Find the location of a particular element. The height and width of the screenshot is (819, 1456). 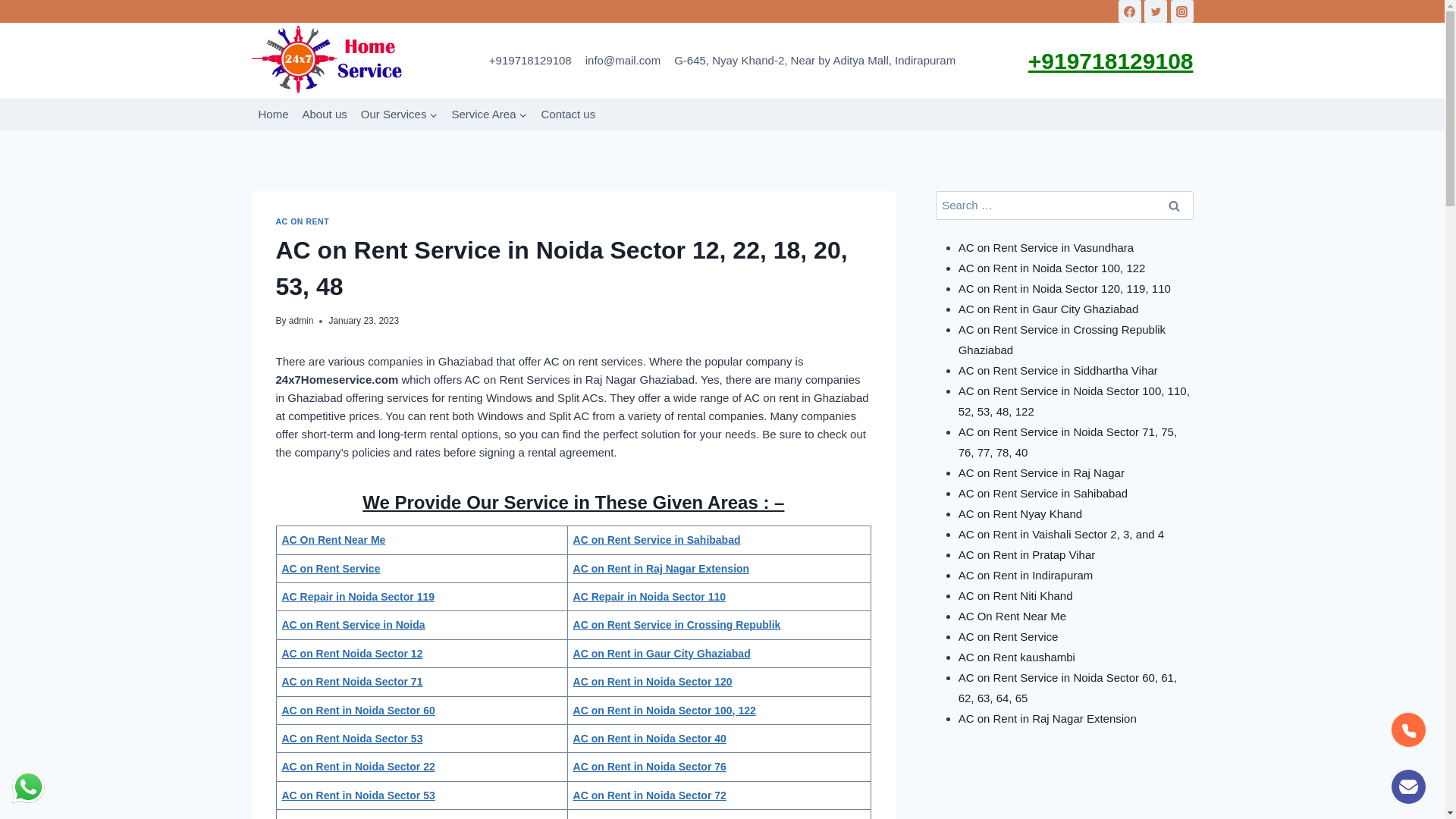

'AC on Rent Service in Sahibabad' is located at coordinates (657, 539).